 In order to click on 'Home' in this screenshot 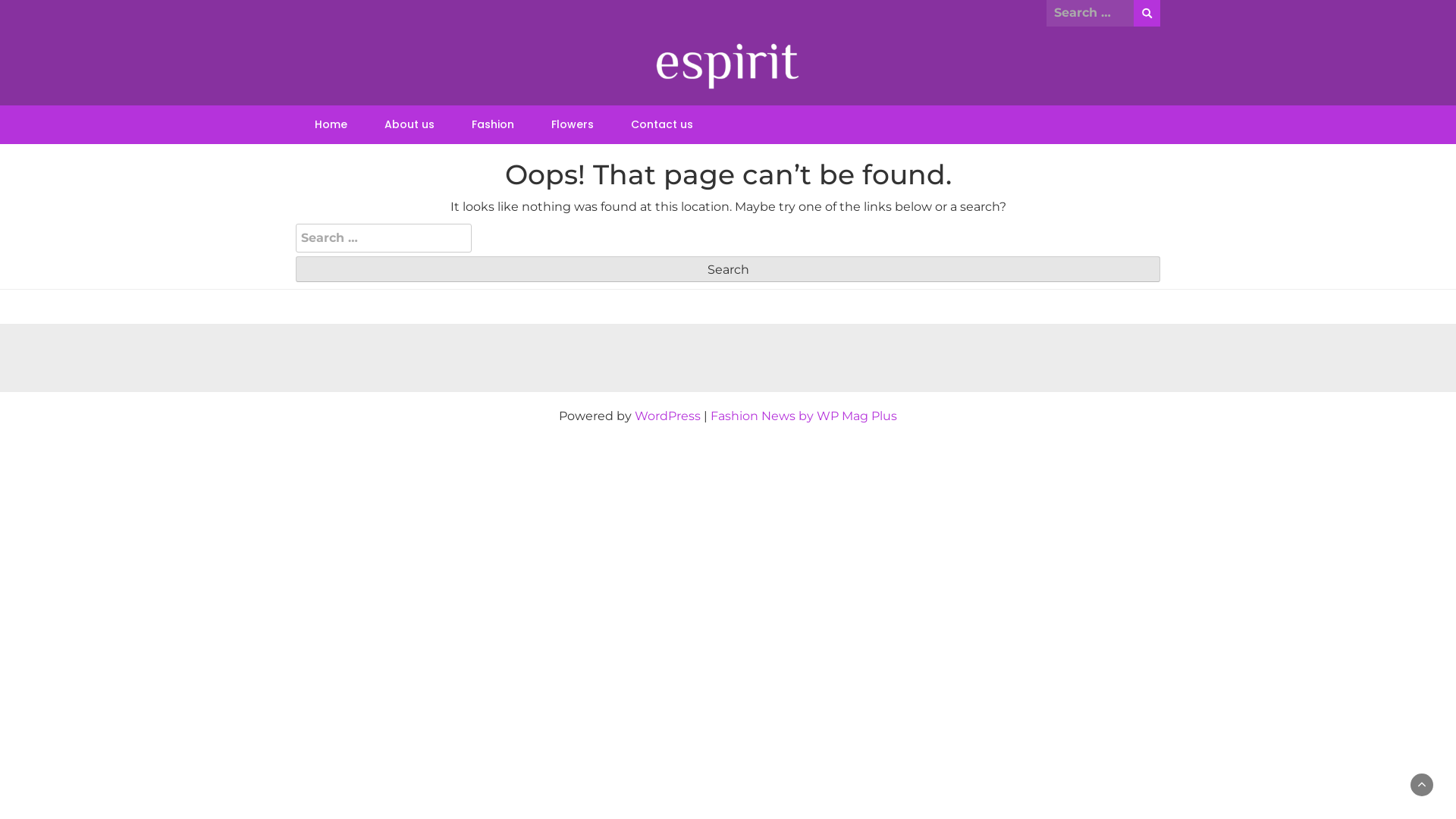, I will do `click(330, 124)`.